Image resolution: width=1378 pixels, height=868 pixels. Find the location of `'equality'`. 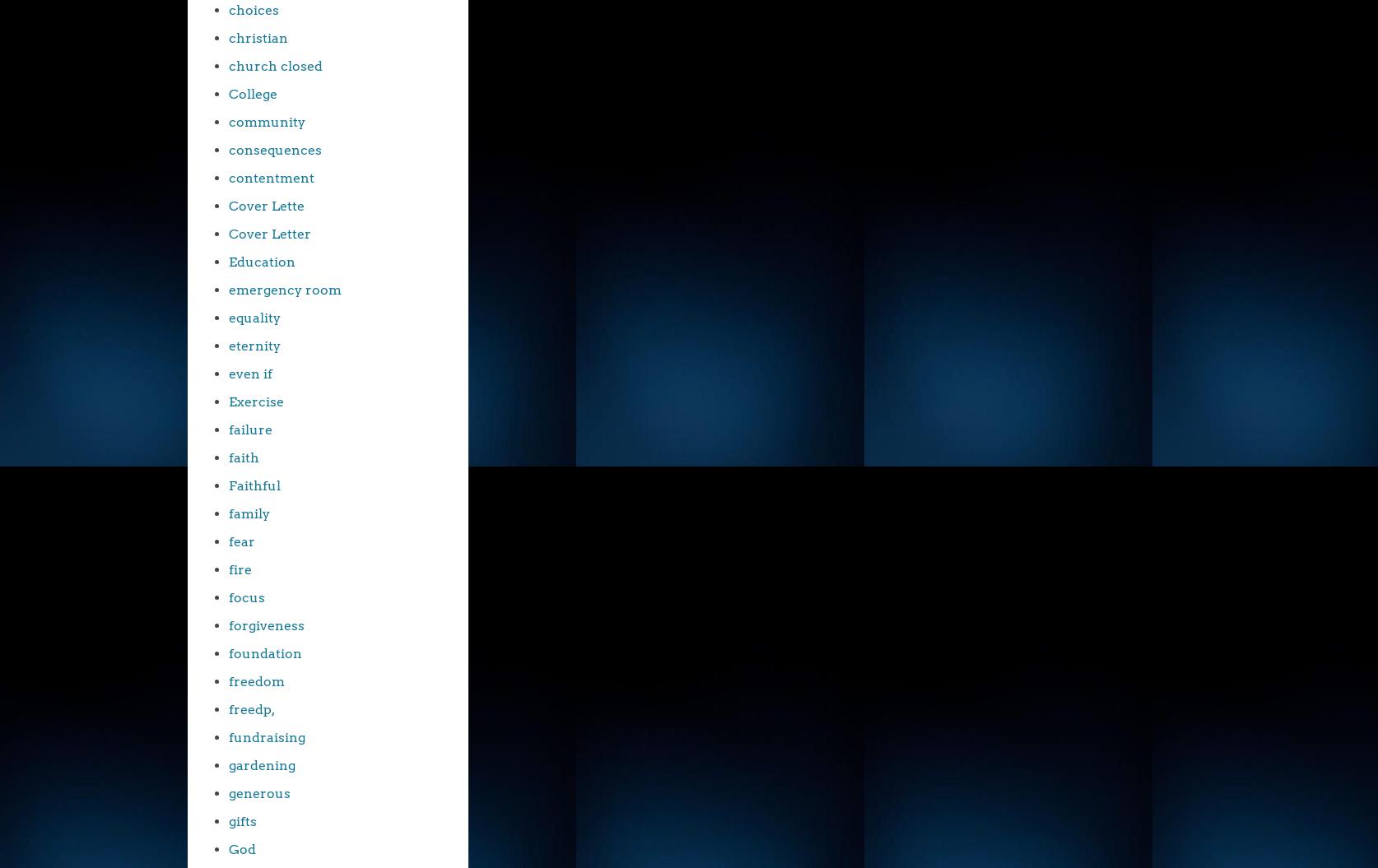

'equality' is located at coordinates (254, 318).